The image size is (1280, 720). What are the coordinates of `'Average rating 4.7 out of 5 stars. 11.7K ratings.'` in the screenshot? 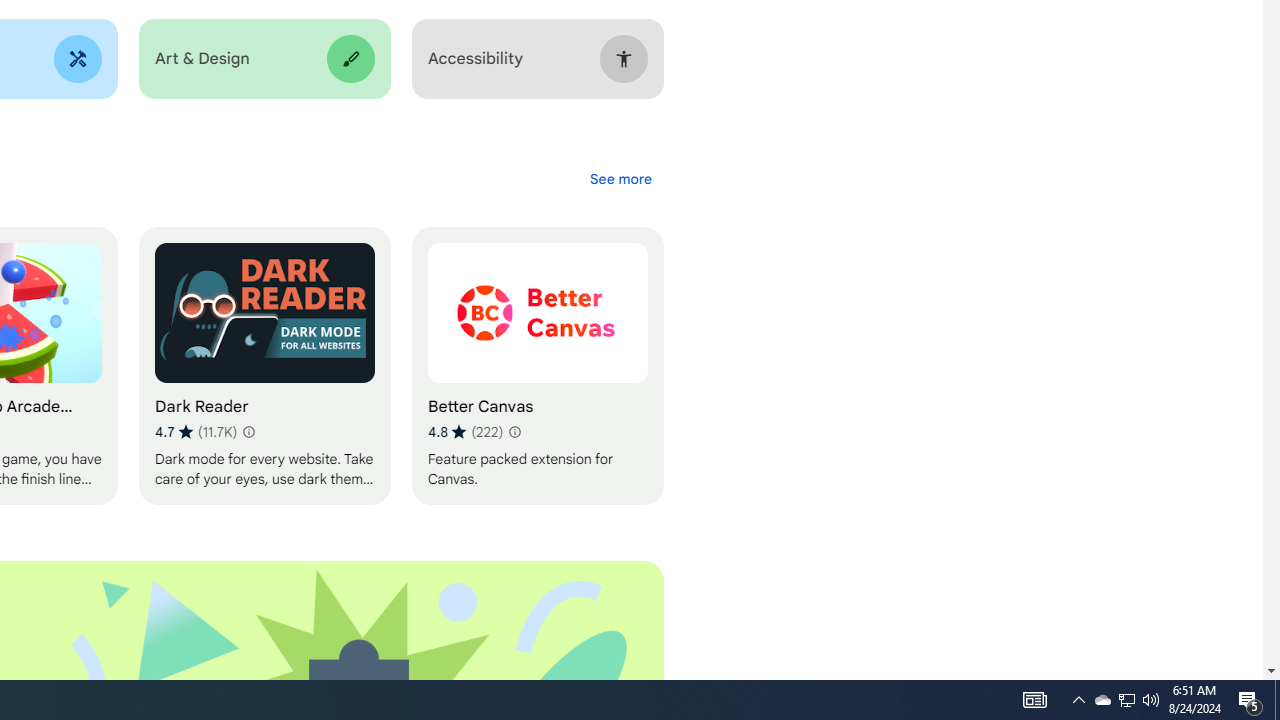 It's located at (195, 431).